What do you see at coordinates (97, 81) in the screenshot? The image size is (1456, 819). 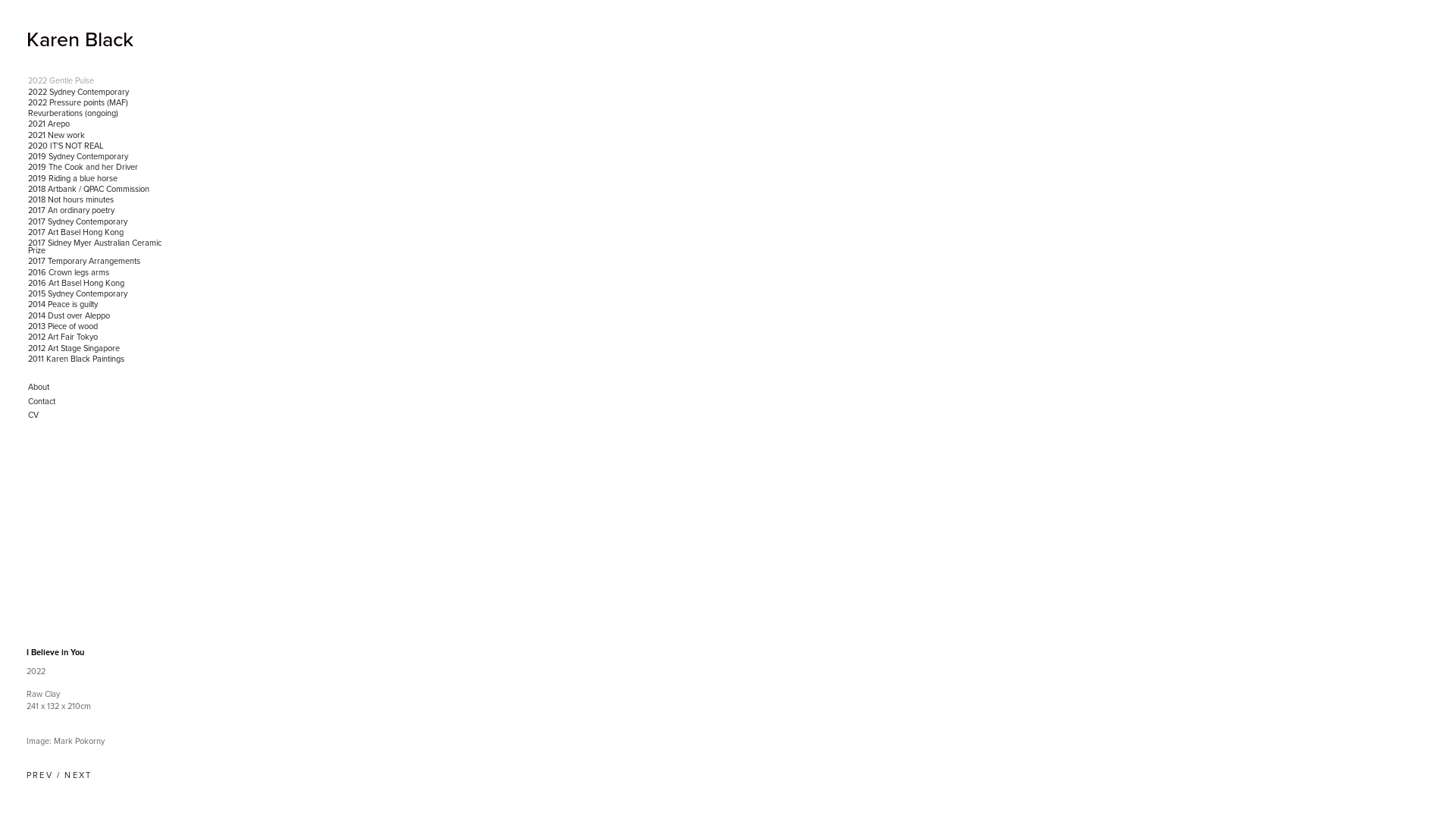 I see `'2022 Gentle Pulse'` at bounding box center [97, 81].